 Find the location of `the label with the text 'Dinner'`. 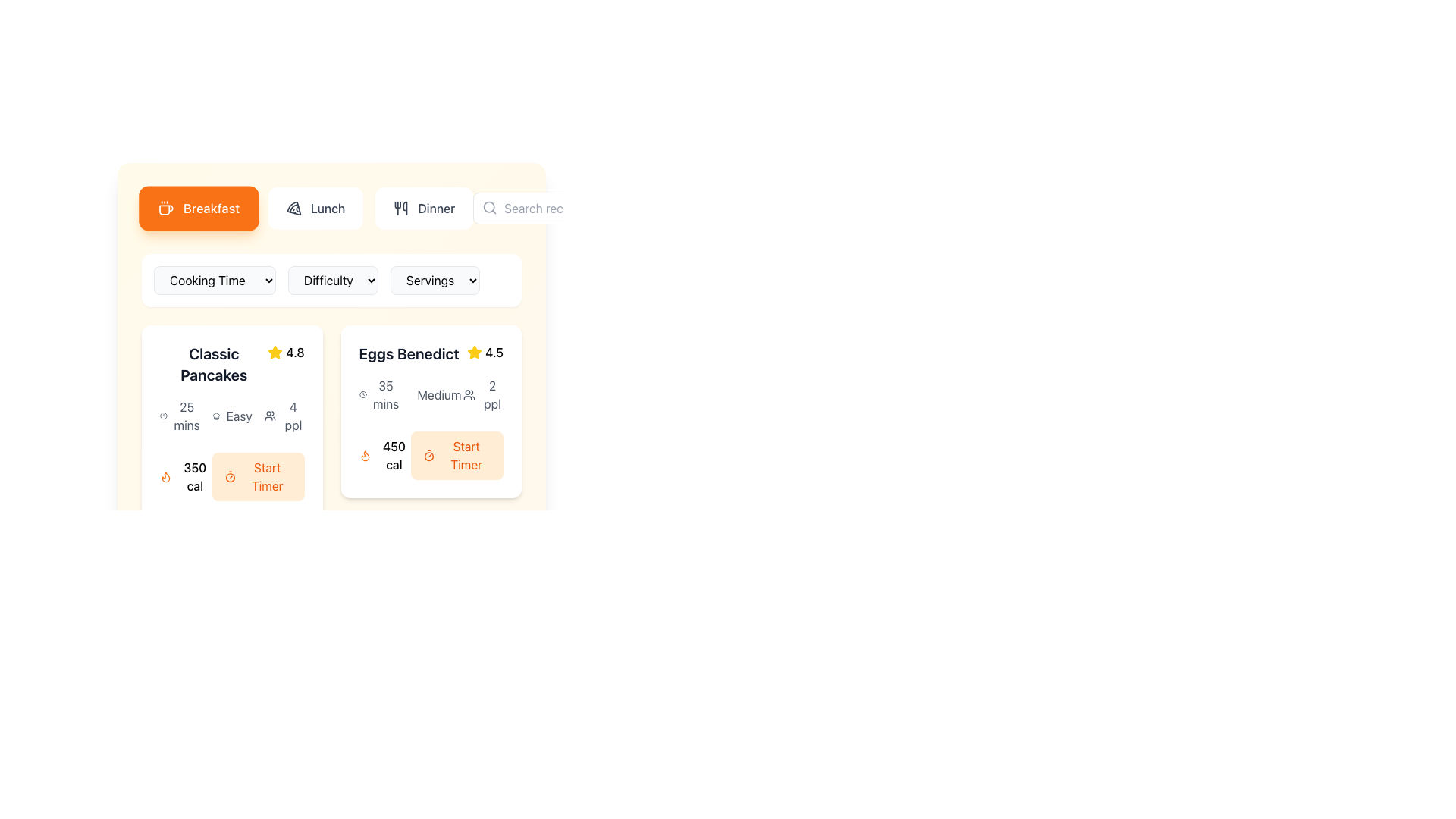

the label with the text 'Dinner' is located at coordinates (435, 208).